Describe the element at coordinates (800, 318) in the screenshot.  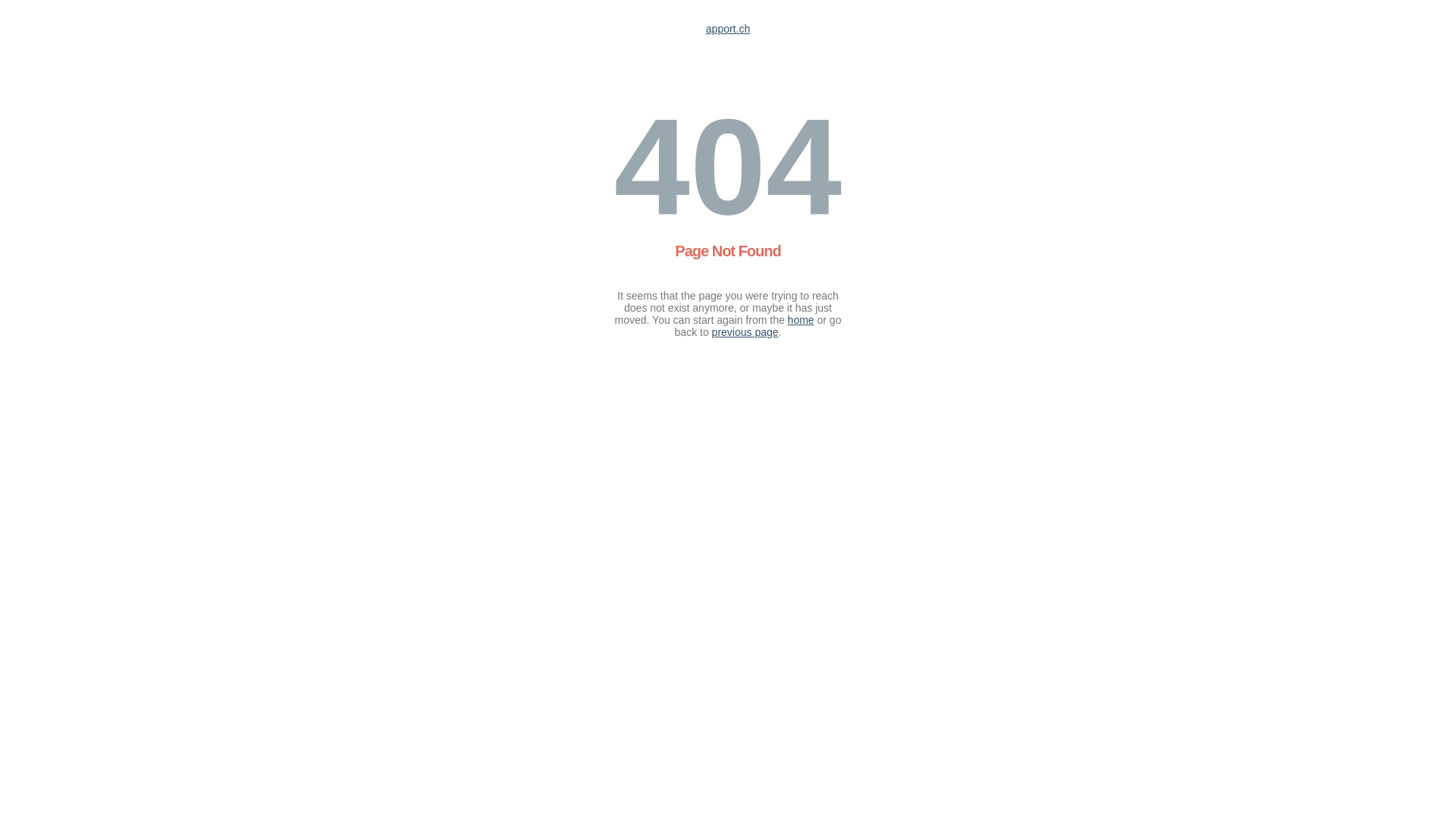
I see `'home'` at that location.